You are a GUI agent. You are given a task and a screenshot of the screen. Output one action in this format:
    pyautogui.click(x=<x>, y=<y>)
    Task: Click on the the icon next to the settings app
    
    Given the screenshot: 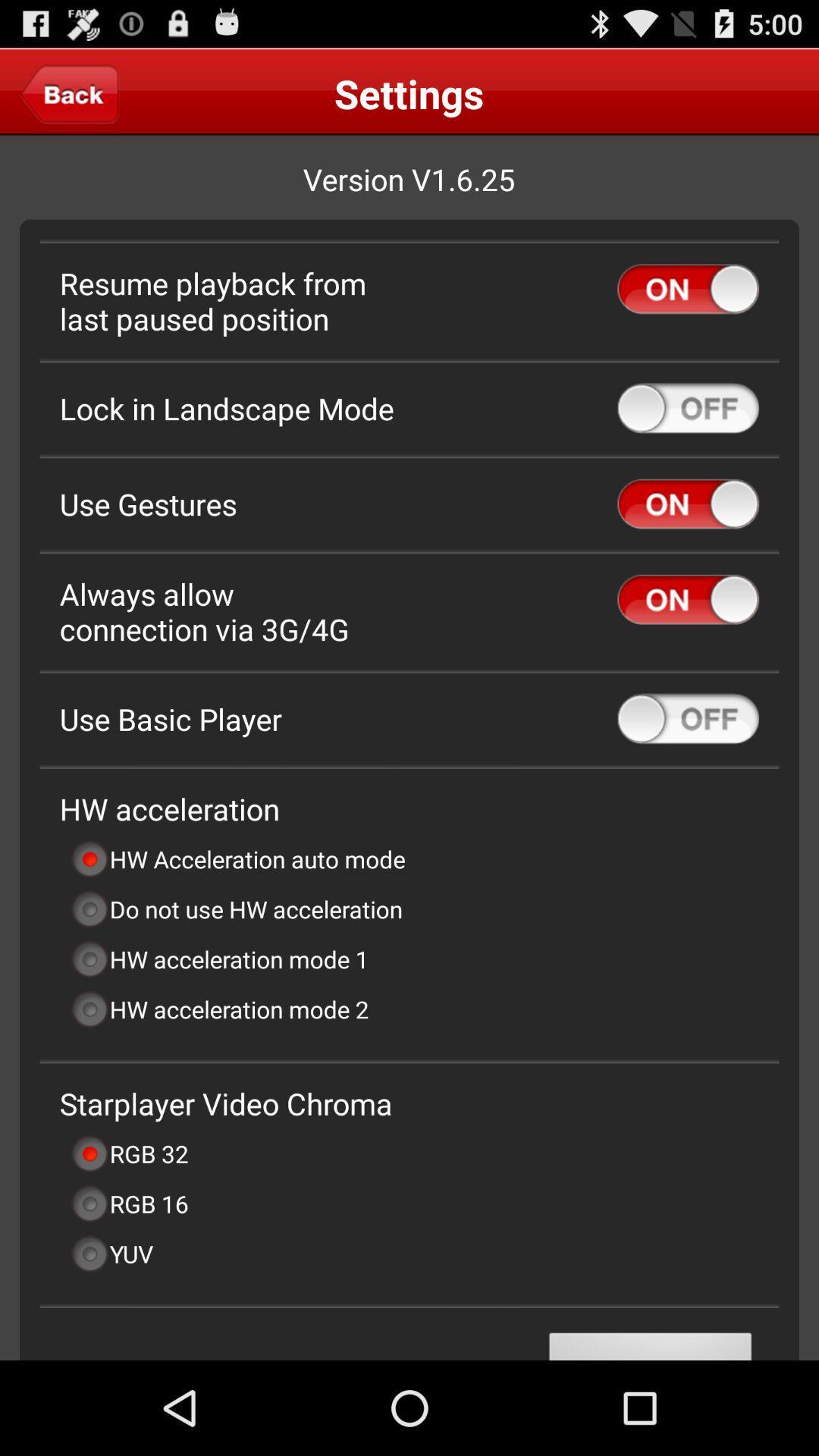 What is the action you would take?
    pyautogui.click(x=69, y=93)
    